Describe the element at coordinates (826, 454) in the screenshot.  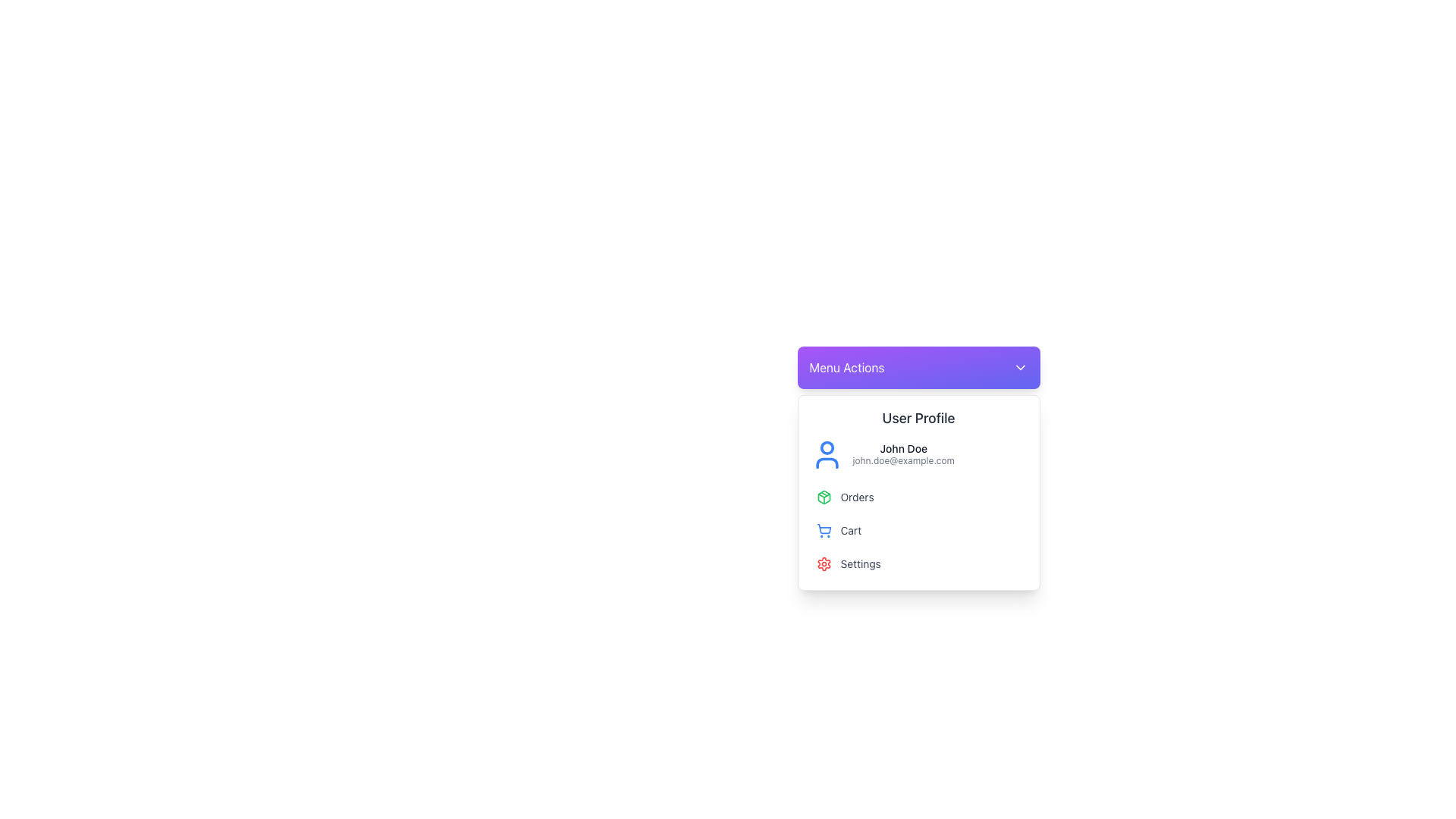
I see `the blue human silhouette SVG icon located at the top-left corner of the user profile section, preceding the textual information for 'John Doe' and 'john.doe@example.com'` at that location.